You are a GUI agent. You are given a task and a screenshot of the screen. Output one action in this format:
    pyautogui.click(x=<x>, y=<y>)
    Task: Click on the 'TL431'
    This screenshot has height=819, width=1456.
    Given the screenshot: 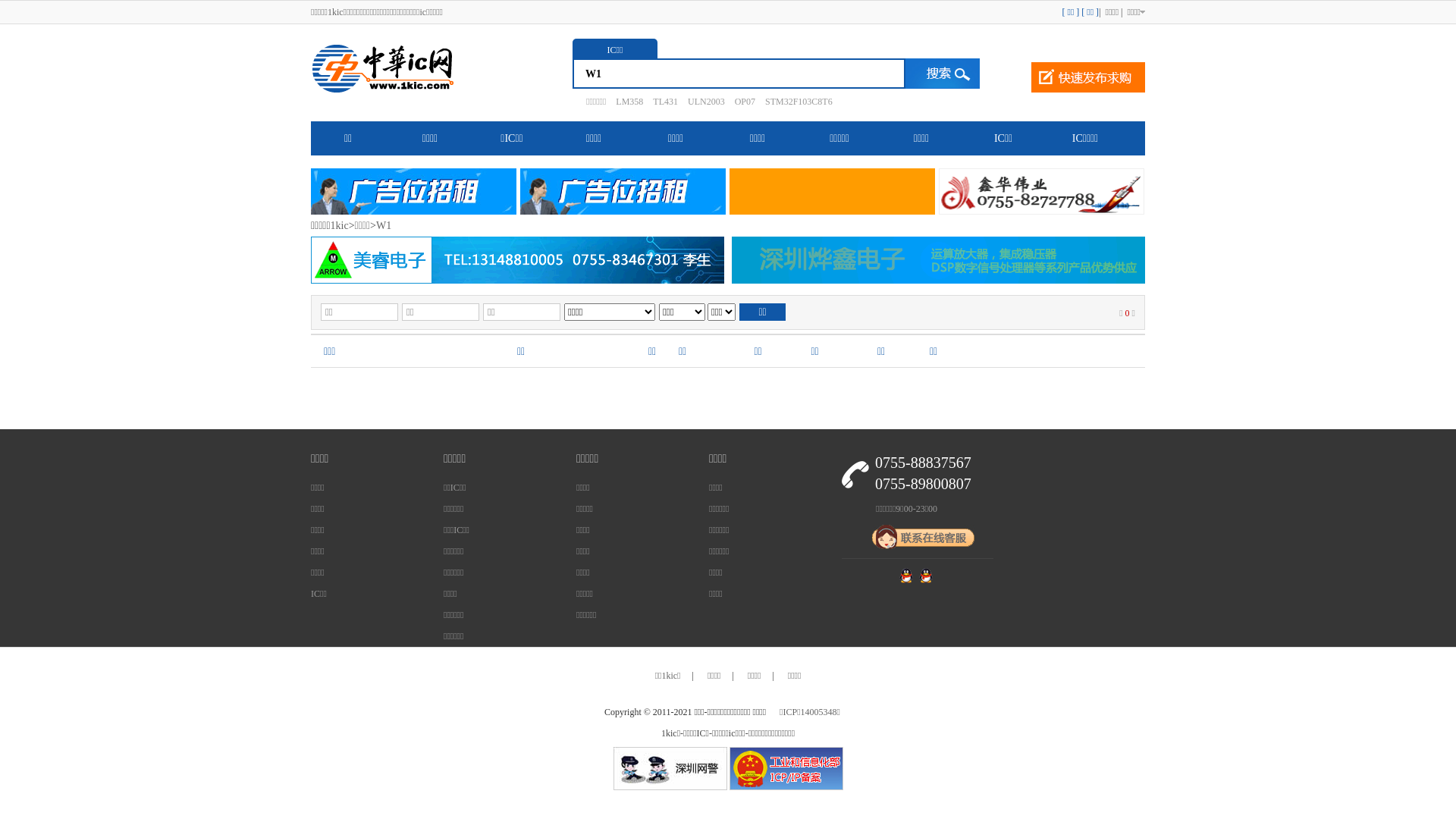 What is the action you would take?
    pyautogui.click(x=661, y=102)
    